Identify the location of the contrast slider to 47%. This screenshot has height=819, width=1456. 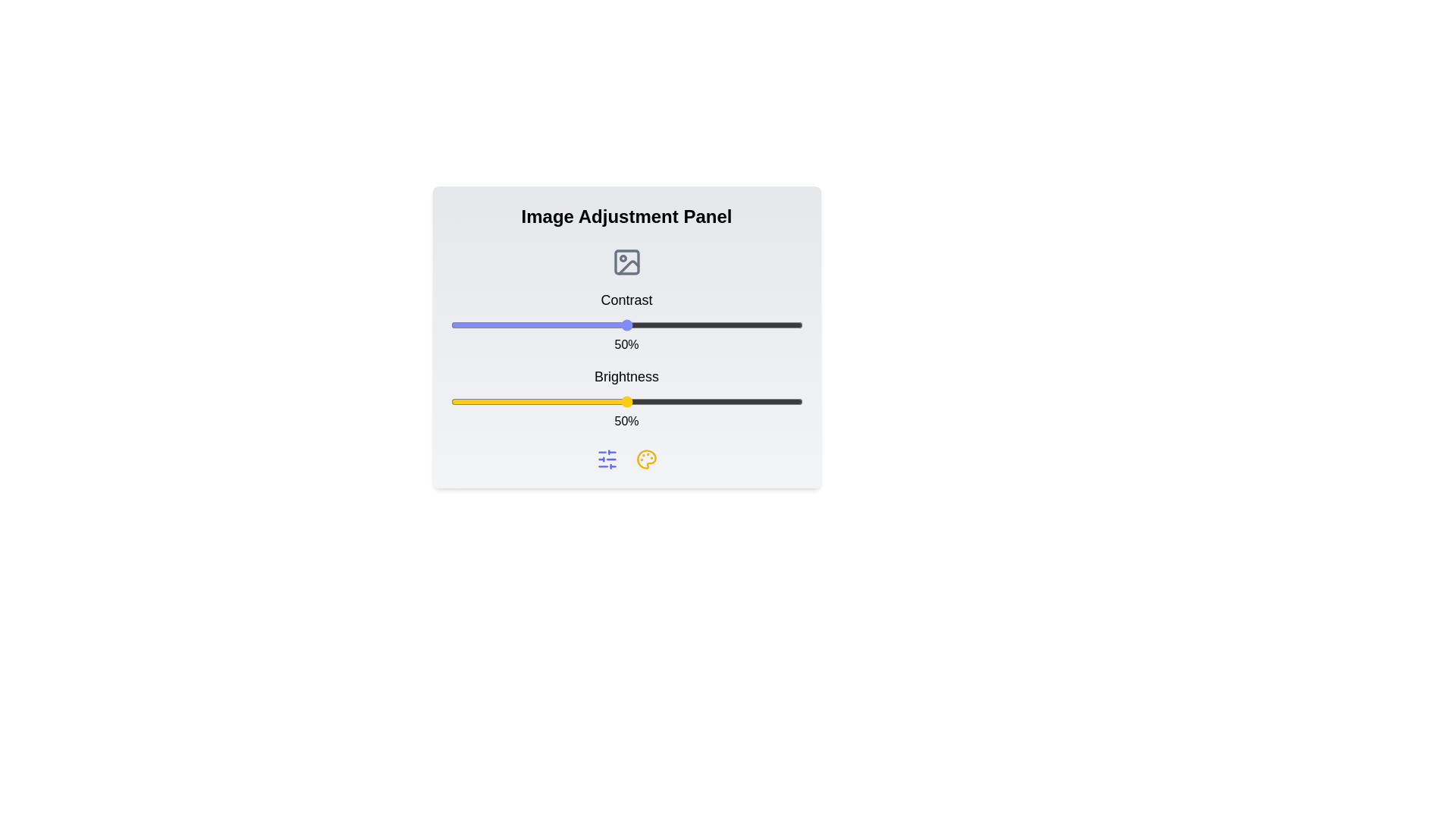
(616, 324).